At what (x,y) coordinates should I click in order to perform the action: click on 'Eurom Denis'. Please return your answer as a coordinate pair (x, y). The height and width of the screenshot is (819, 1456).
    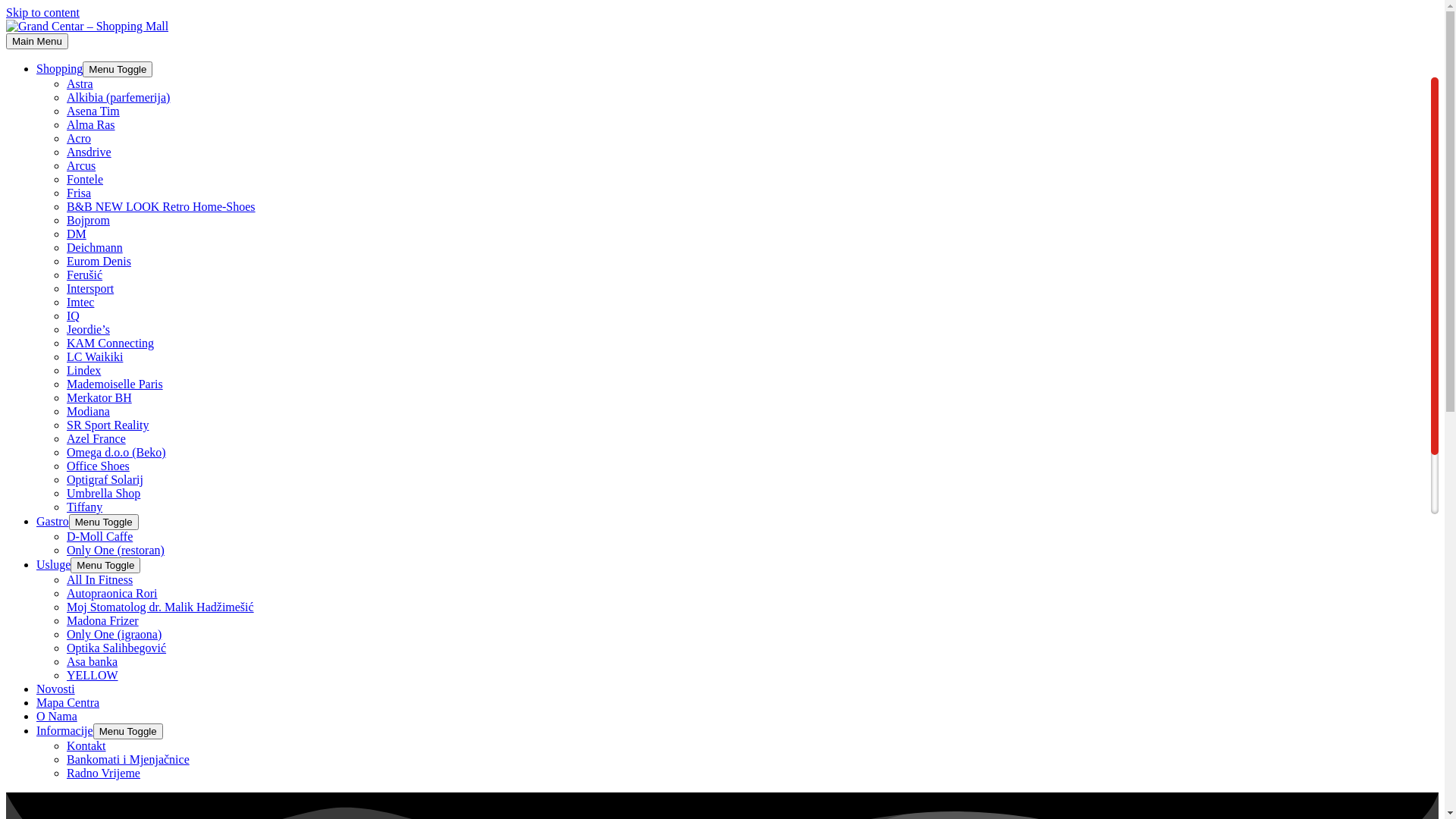
    Looking at the image, I should click on (98, 260).